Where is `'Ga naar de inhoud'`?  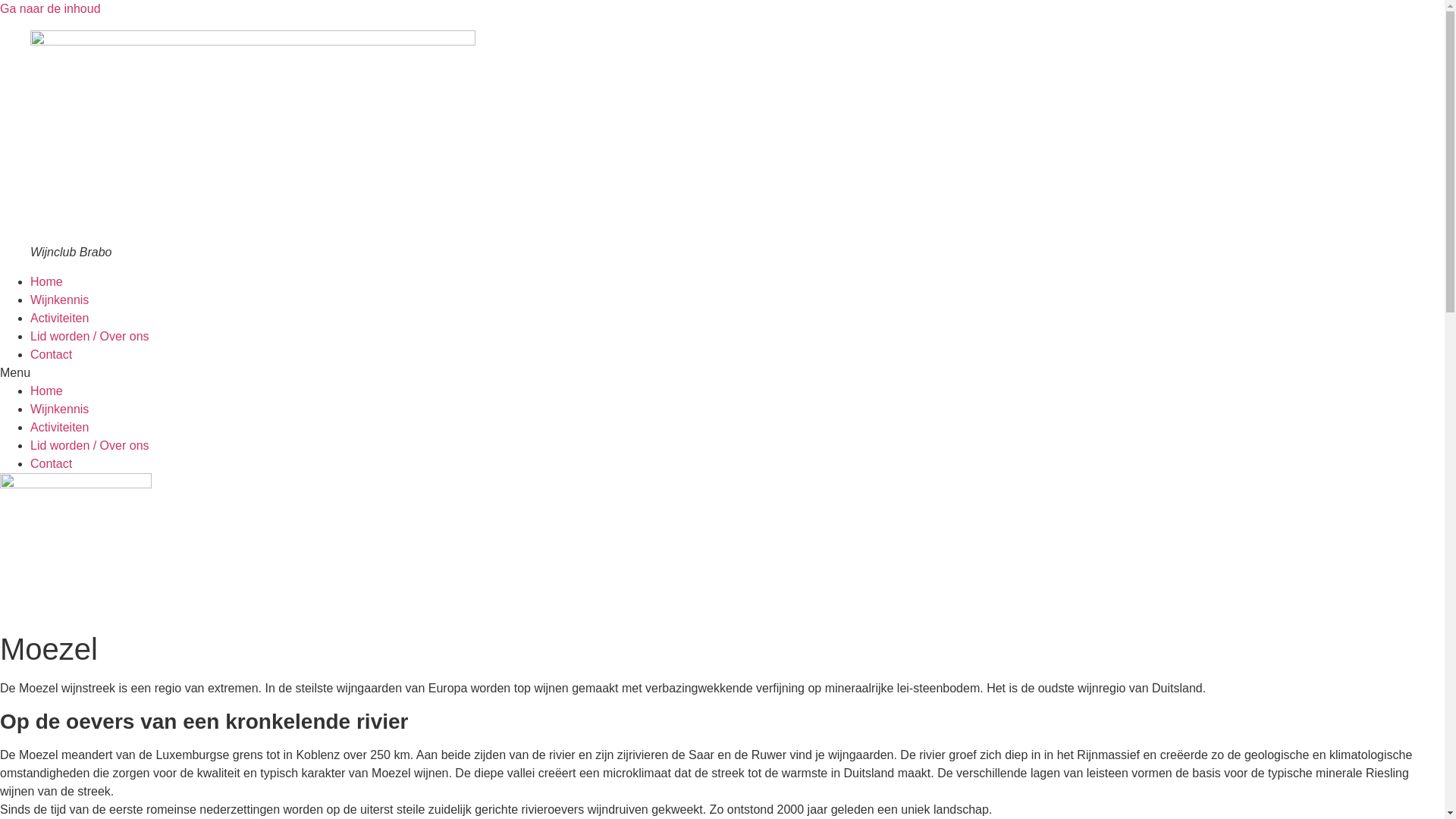
'Ga naar de inhoud' is located at coordinates (50, 8).